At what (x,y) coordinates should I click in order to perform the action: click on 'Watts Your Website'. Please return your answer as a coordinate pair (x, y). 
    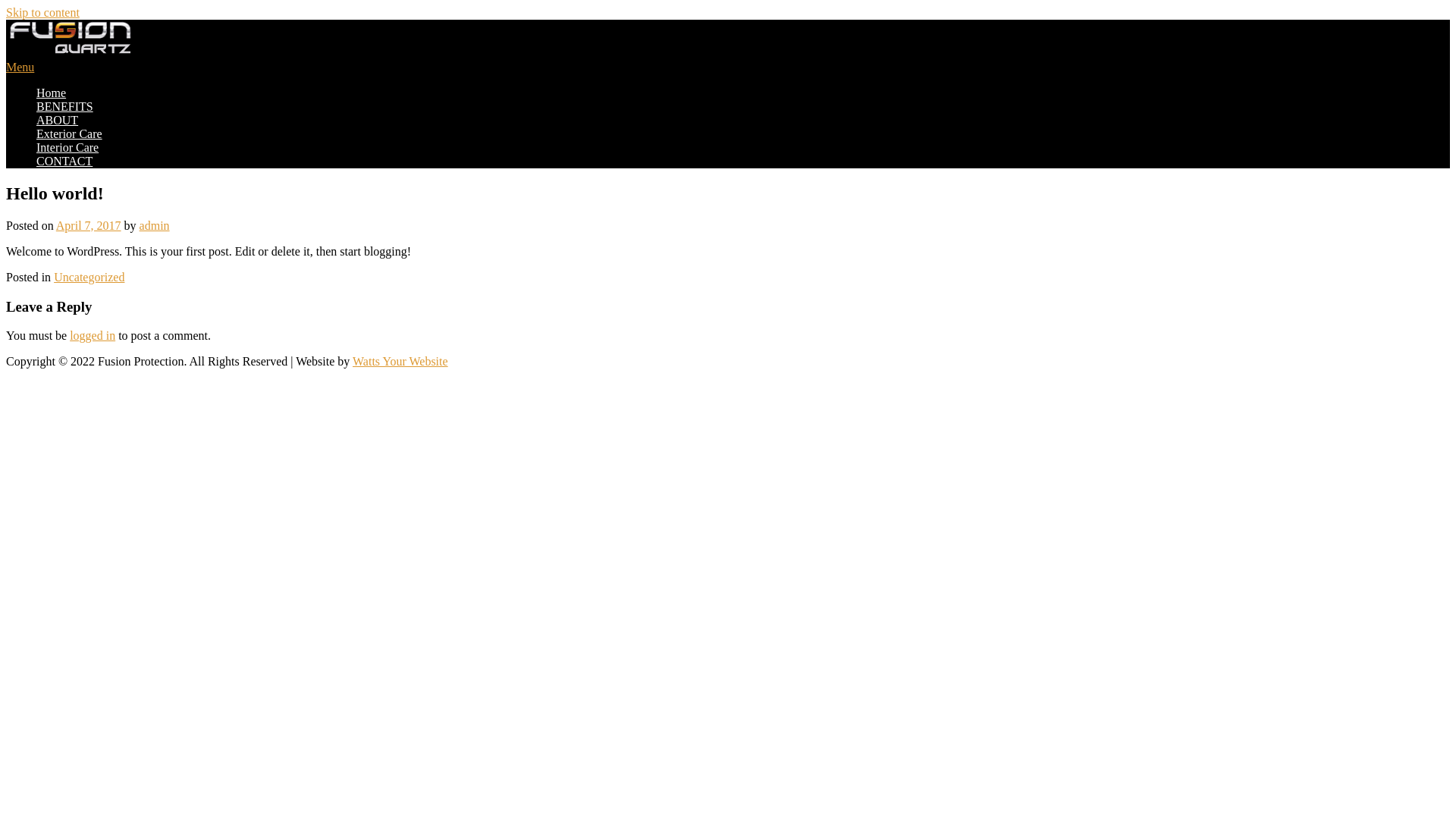
    Looking at the image, I should click on (400, 361).